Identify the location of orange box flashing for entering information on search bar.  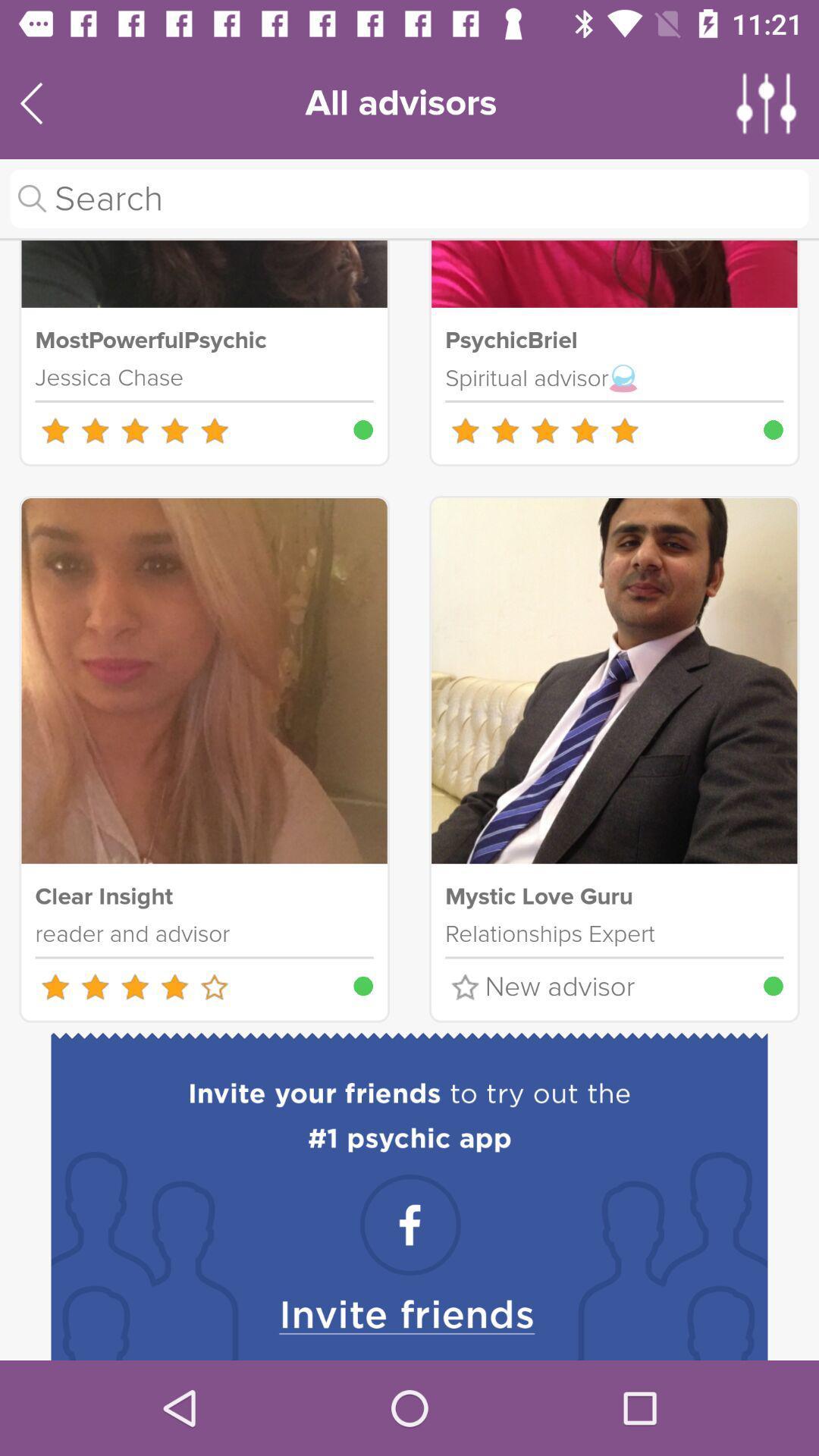
(409, 198).